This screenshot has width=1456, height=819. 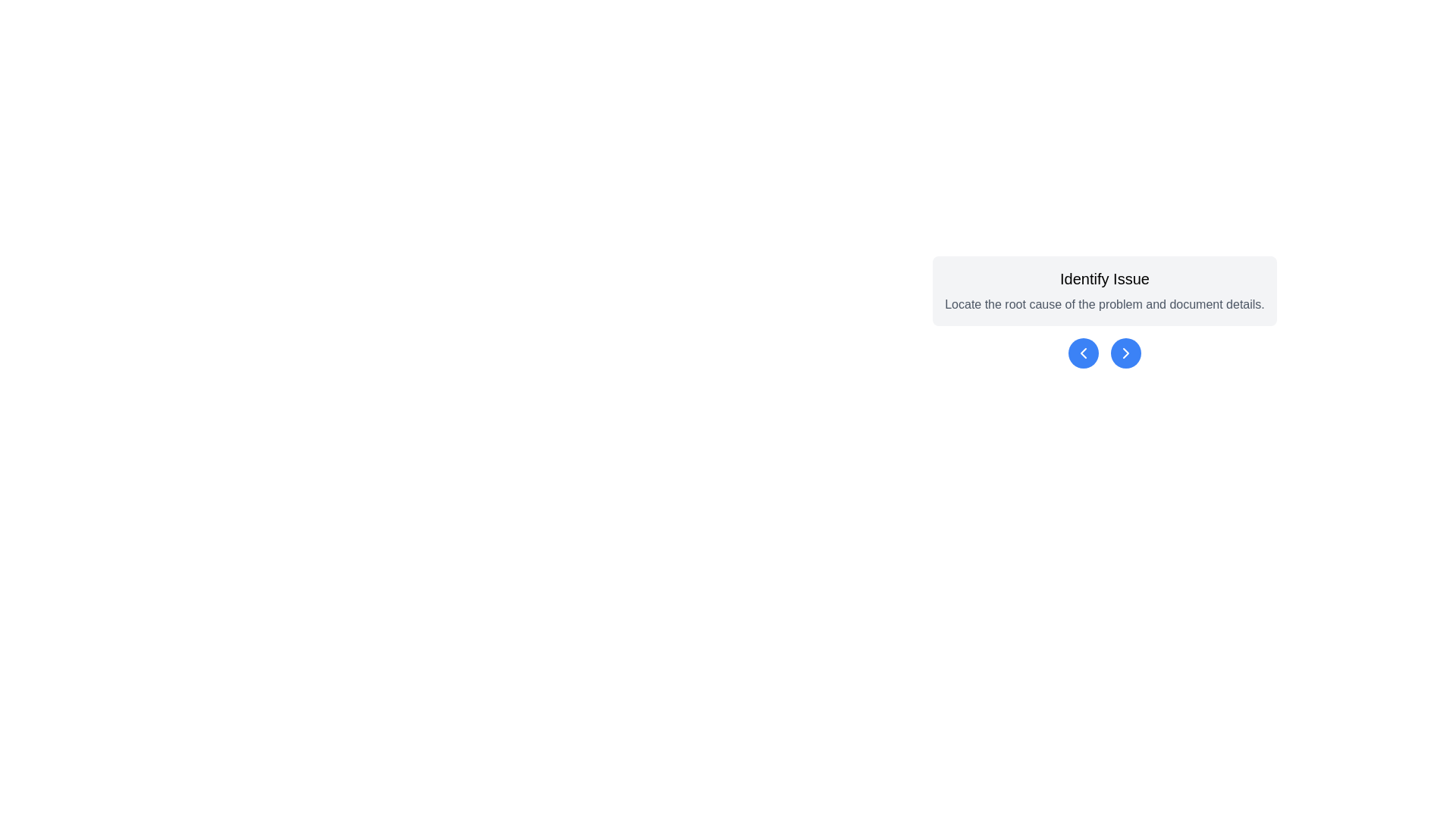 I want to click on the right navigation button located in the bottom-right corner of a horizontal pair of navigation buttons, so click(x=1125, y=353).